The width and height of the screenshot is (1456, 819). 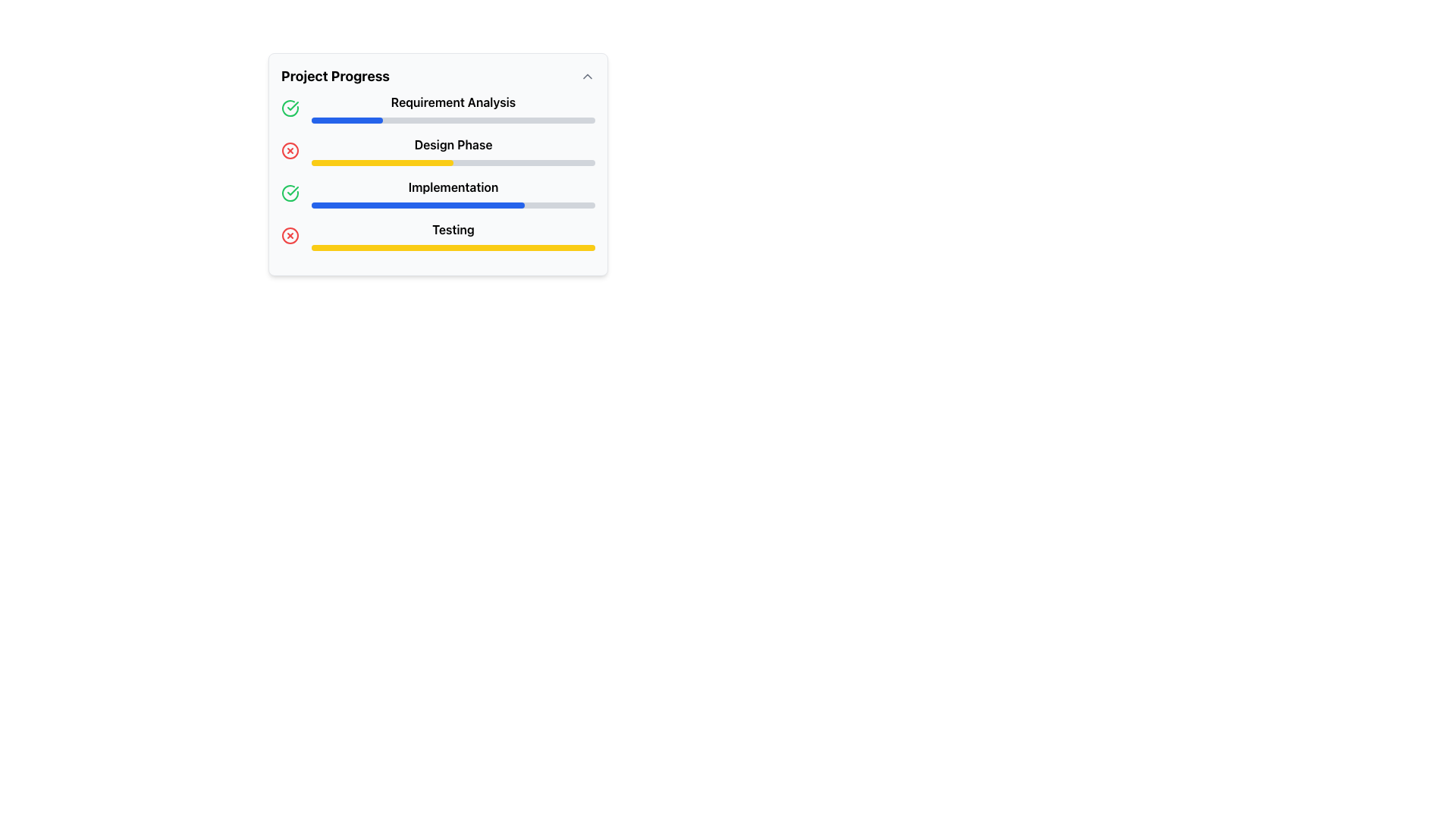 What do you see at coordinates (453, 192) in the screenshot?
I see `the progress bar labeled 'Implementation' which has a blue filled section and is located in the third row under 'Project Progress'` at bounding box center [453, 192].